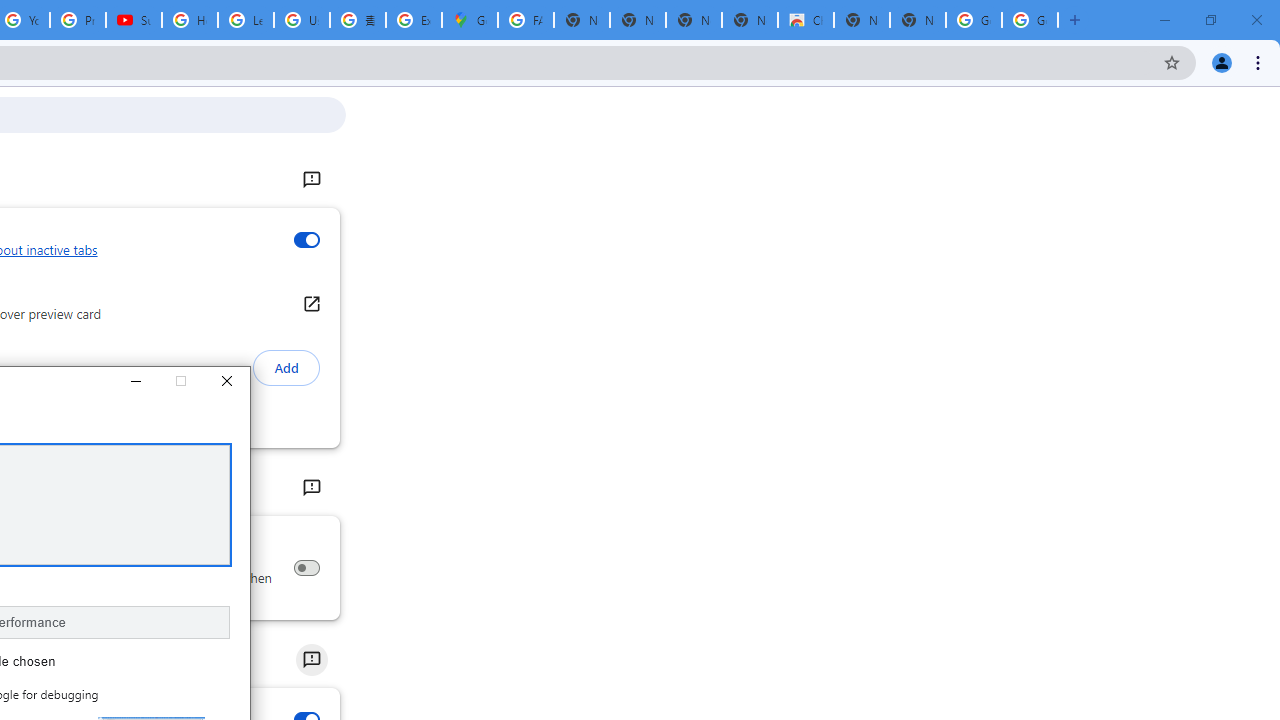 This screenshot has width=1280, height=720. Describe the element at coordinates (305, 568) in the screenshot. I see `'Memory Saver'` at that location.